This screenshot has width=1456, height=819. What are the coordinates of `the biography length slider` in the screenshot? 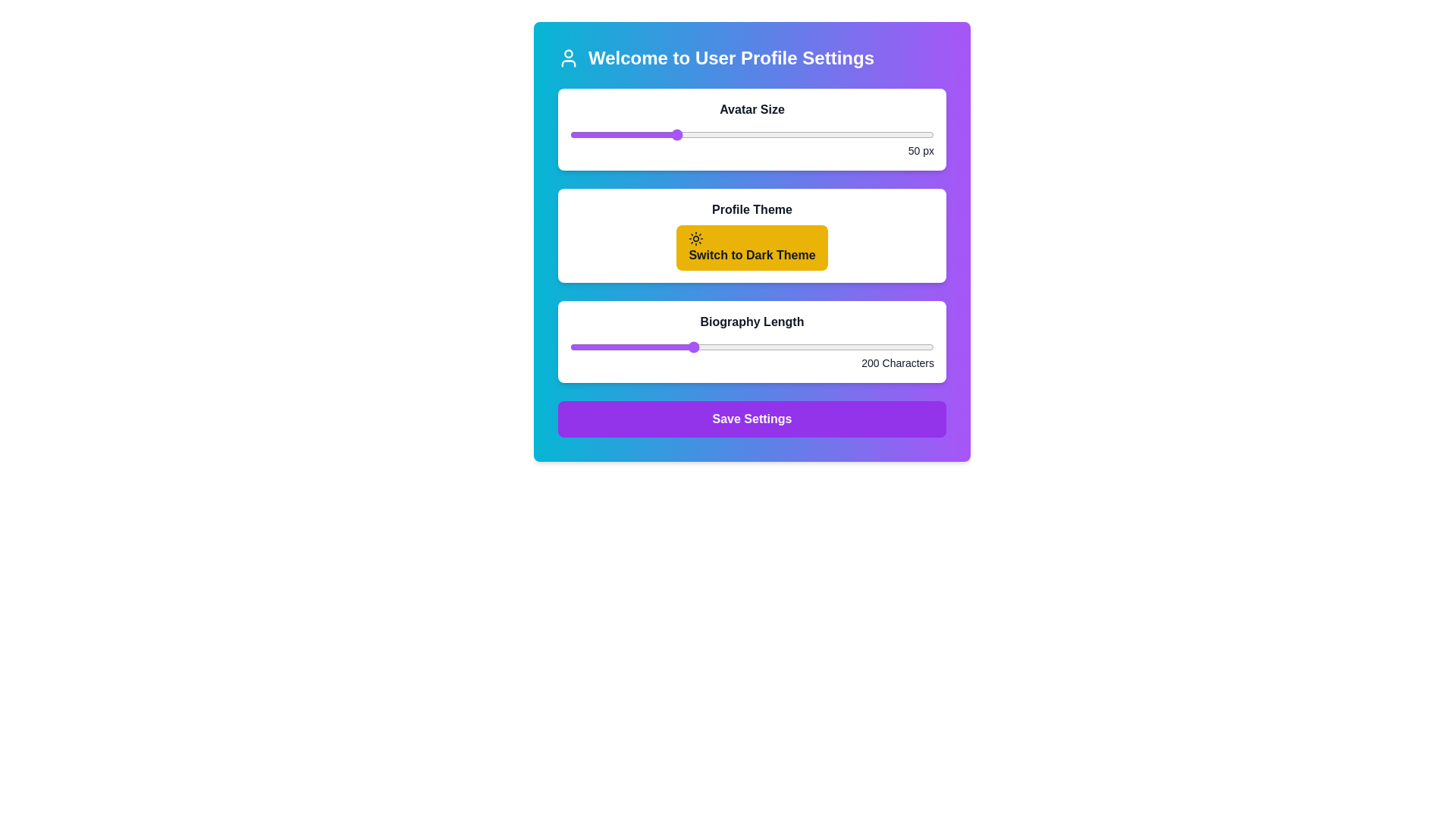 It's located at (682, 347).